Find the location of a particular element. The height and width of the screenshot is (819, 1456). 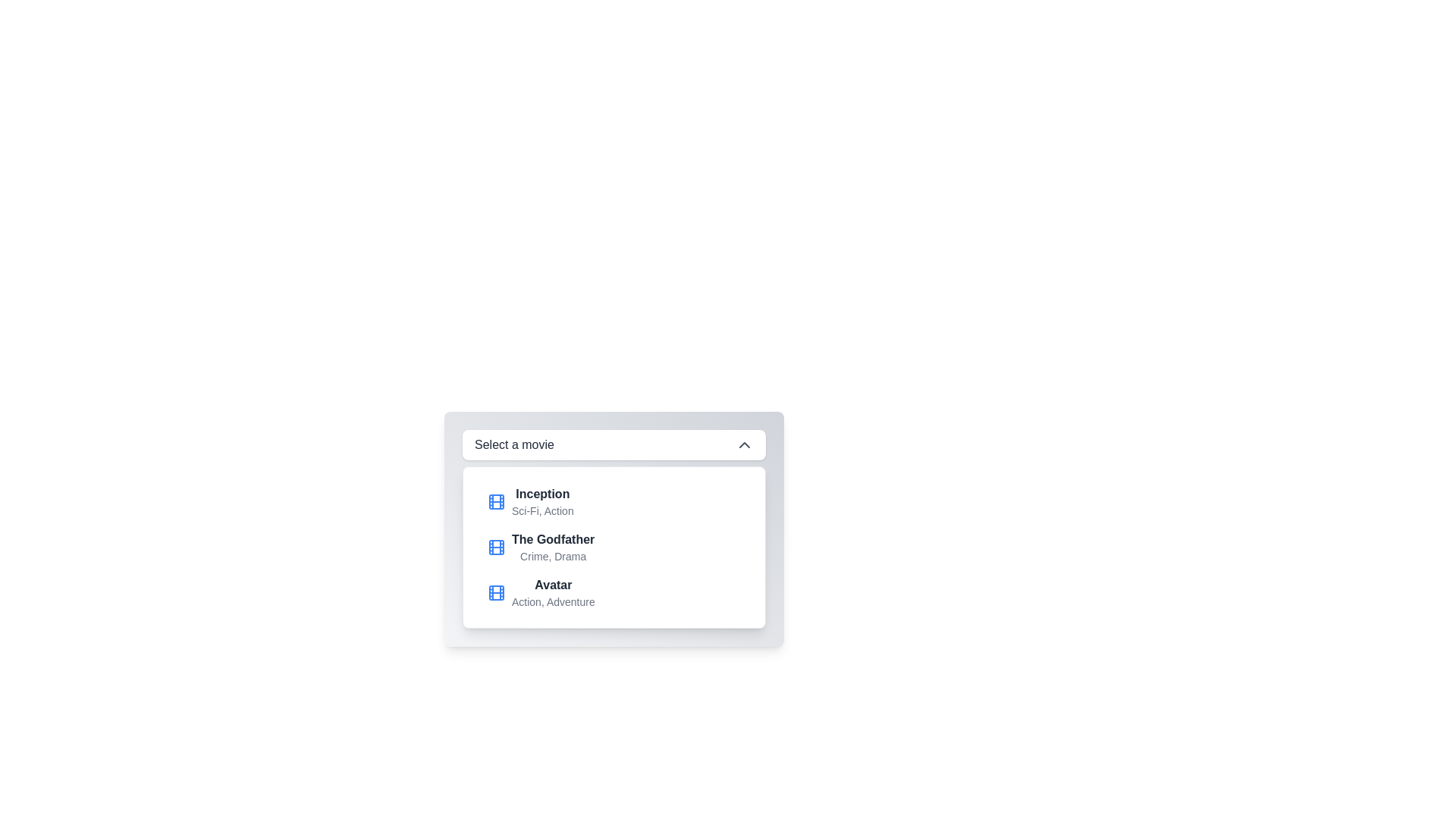

the dropdown interface element located to the right of the Text Label, which serves as a title for the current selection is located at coordinates (514, 444).